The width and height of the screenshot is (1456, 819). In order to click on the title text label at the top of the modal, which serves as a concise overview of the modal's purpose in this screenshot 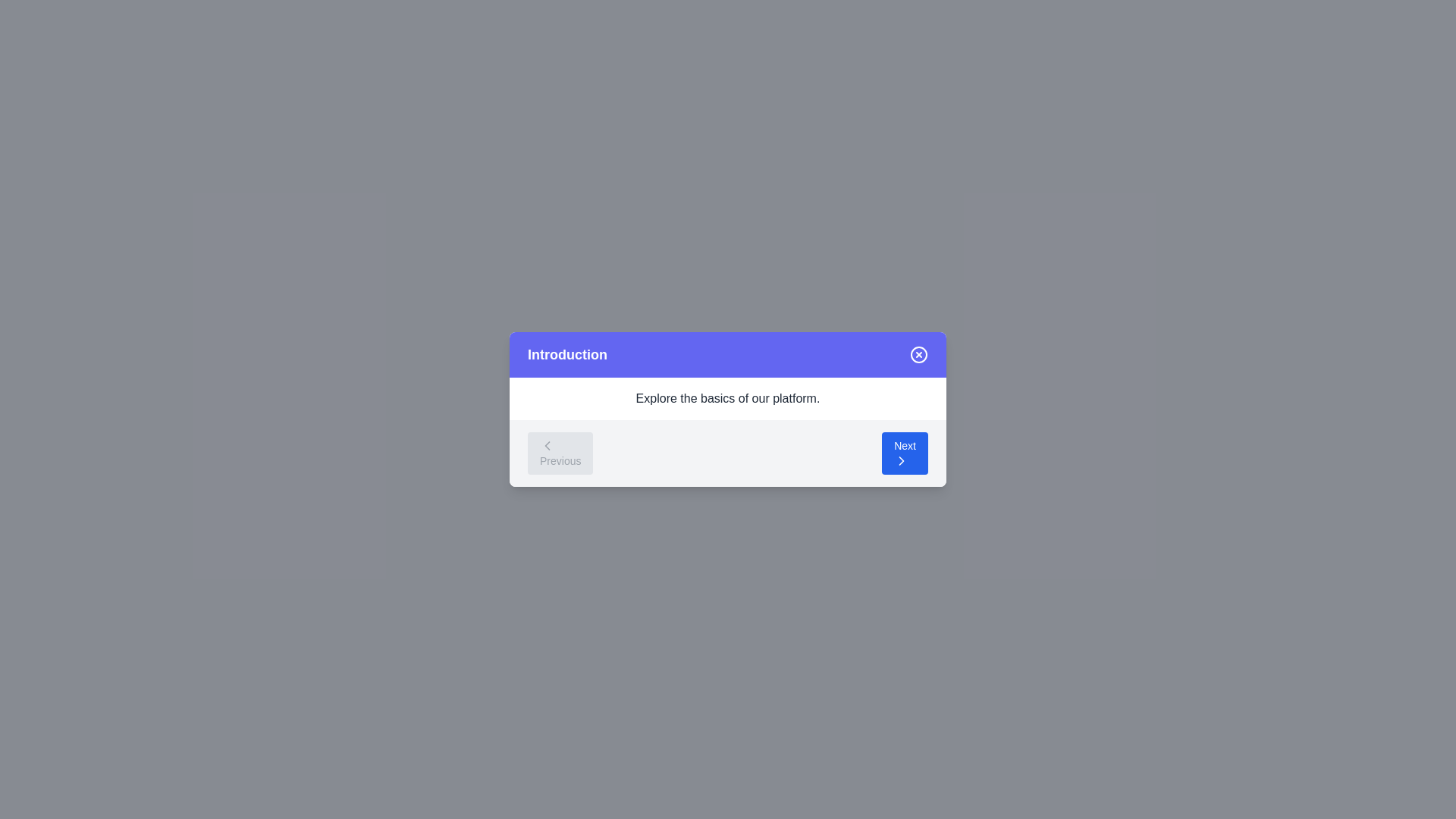, I will do `click(566, 354)`.